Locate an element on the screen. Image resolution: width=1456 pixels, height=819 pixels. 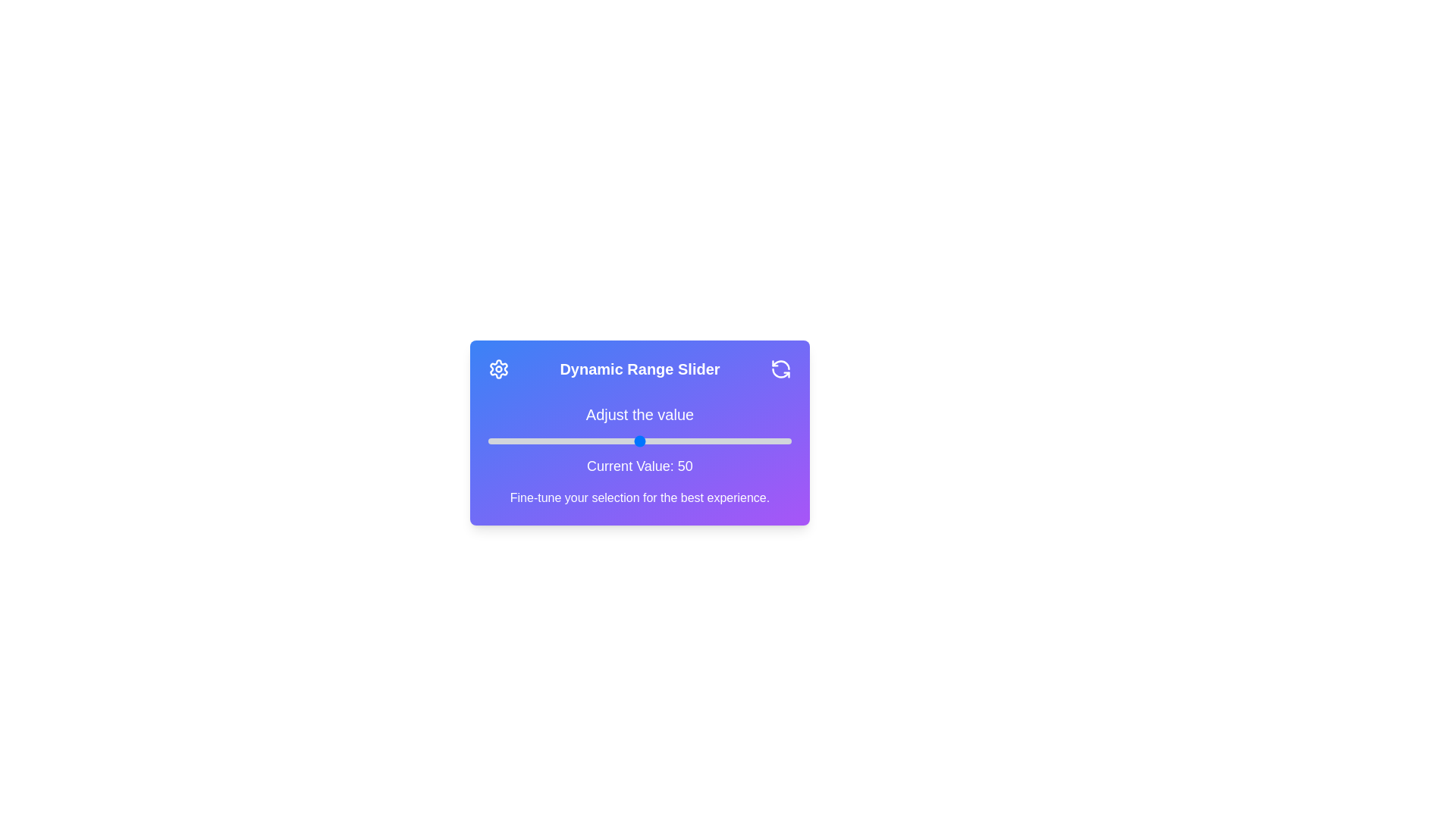
the slider to set the value to 5 is located at coordinates (503, 441).